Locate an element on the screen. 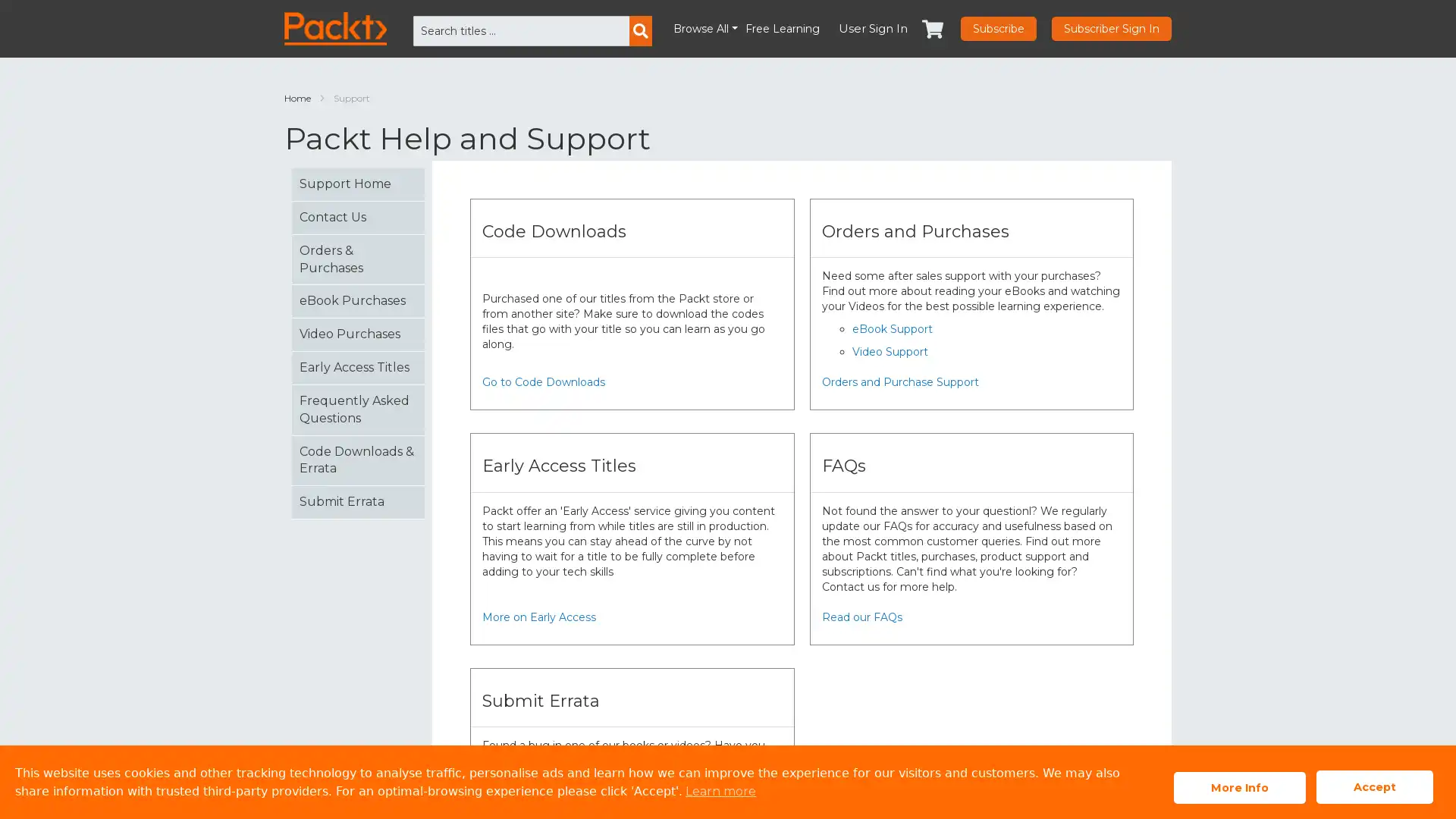 This screenshot has width=1456, height=819. Search is located at coordinates (640, 31).